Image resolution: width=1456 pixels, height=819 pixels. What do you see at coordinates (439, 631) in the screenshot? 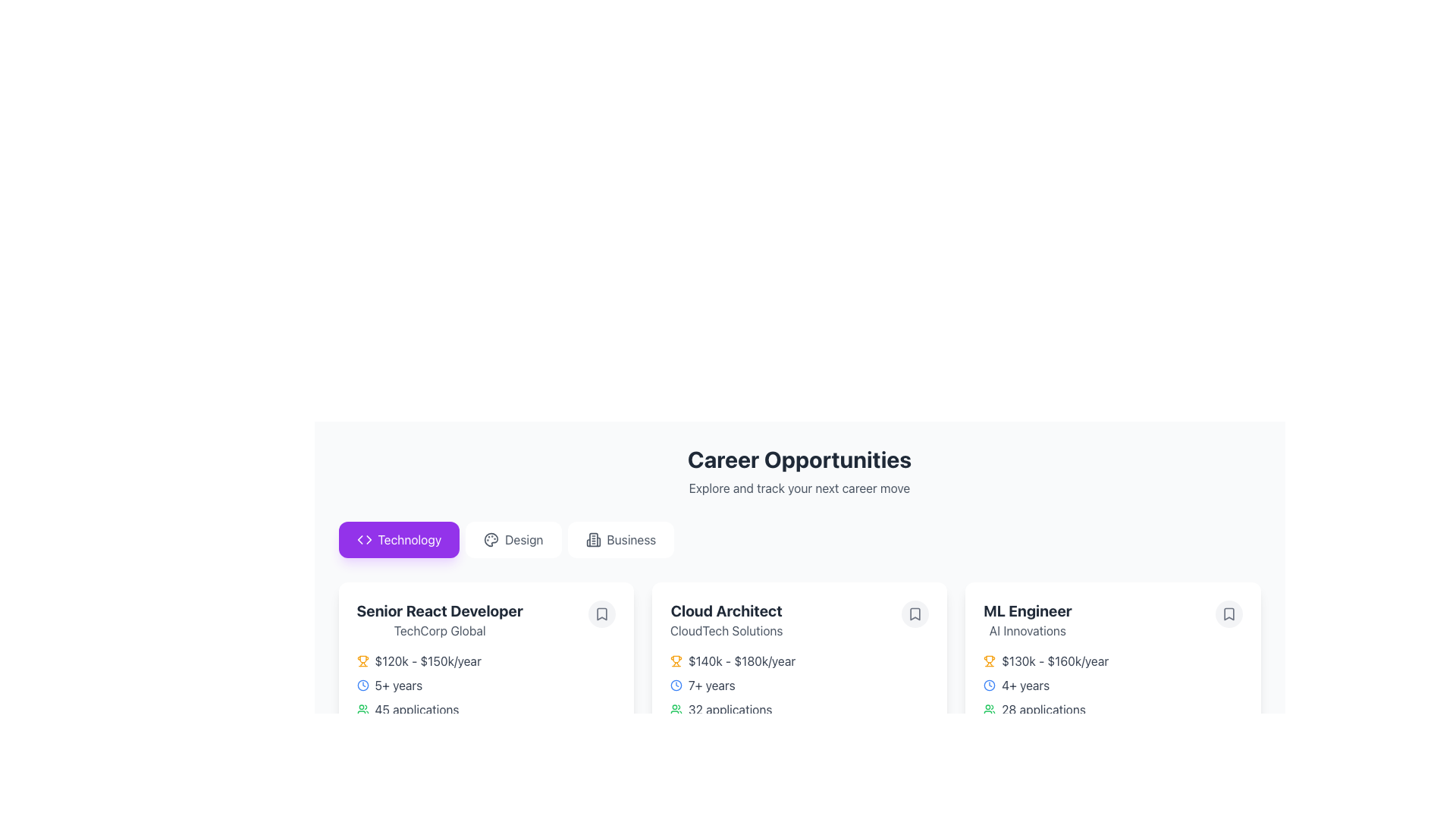
I see `the text label 'TechCorp Global' which is displayed in a muted gray color beneath the job title 'Senior React Developer' within a card layout` at bounding box center [439, 631].